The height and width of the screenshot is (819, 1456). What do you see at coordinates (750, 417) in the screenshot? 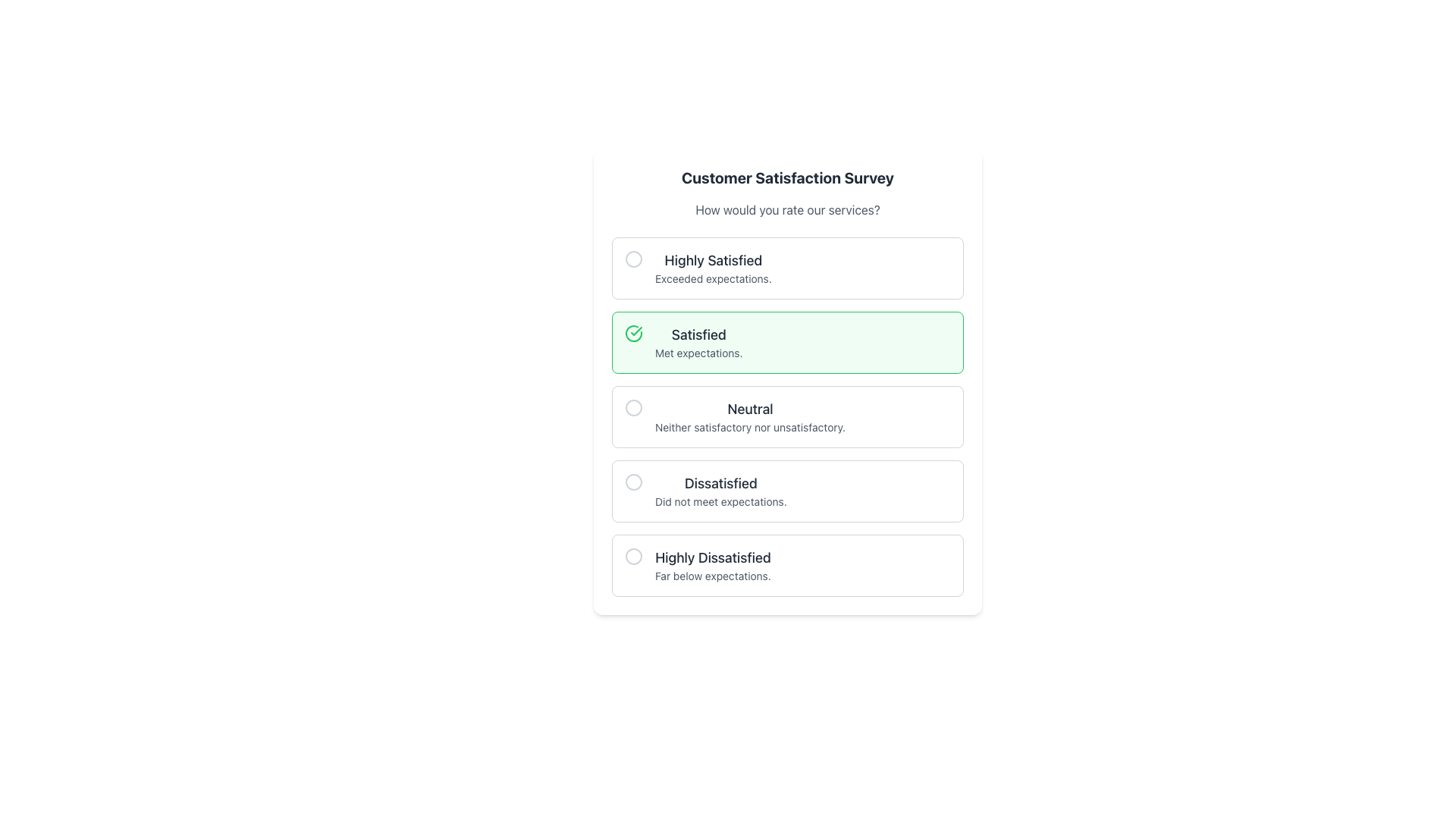
I see `the third survey option labeled 'Neutral'` at bounding box center [750, 417].